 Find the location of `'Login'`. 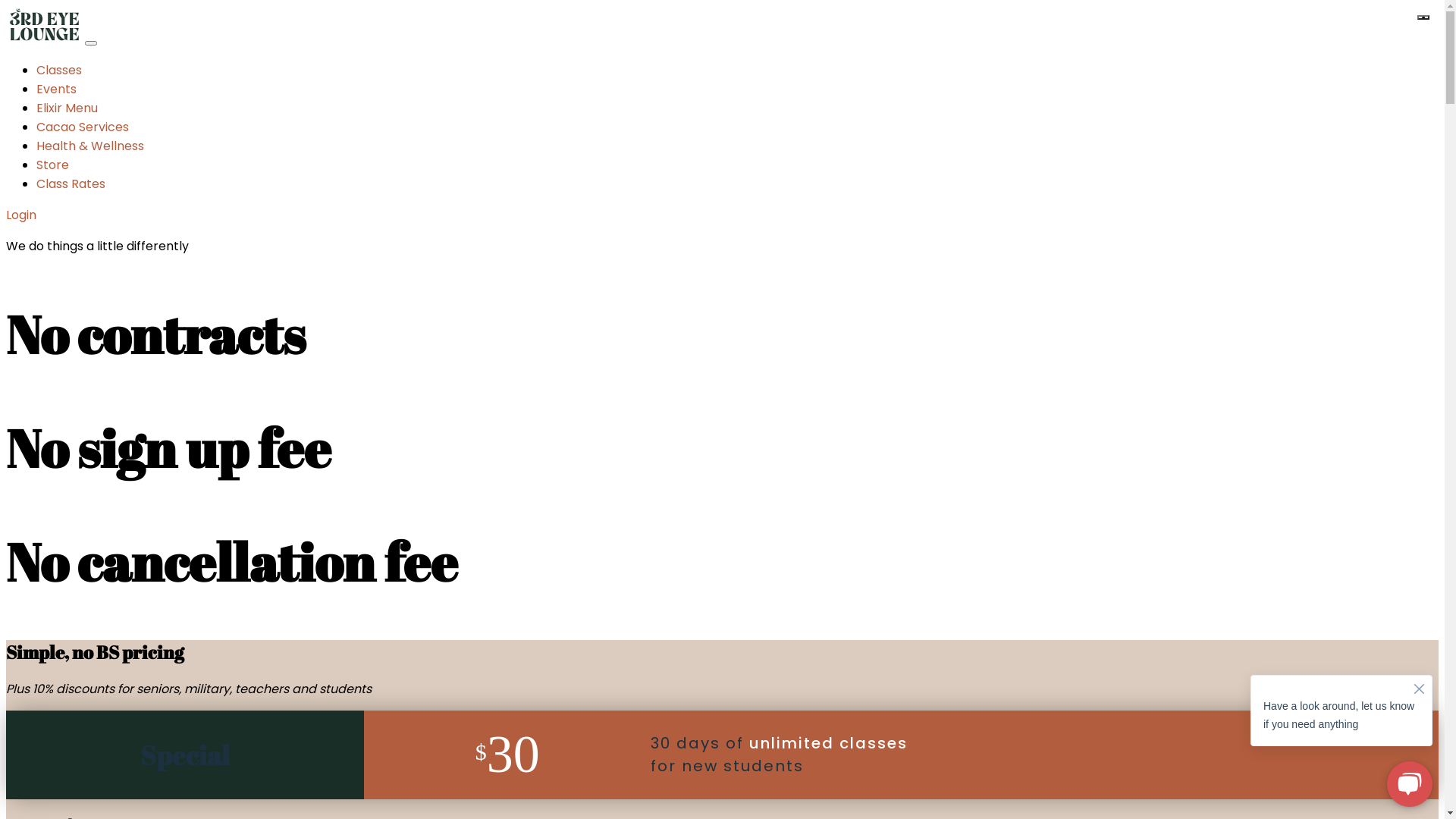

'Login' is located at coordinates (21, 215).